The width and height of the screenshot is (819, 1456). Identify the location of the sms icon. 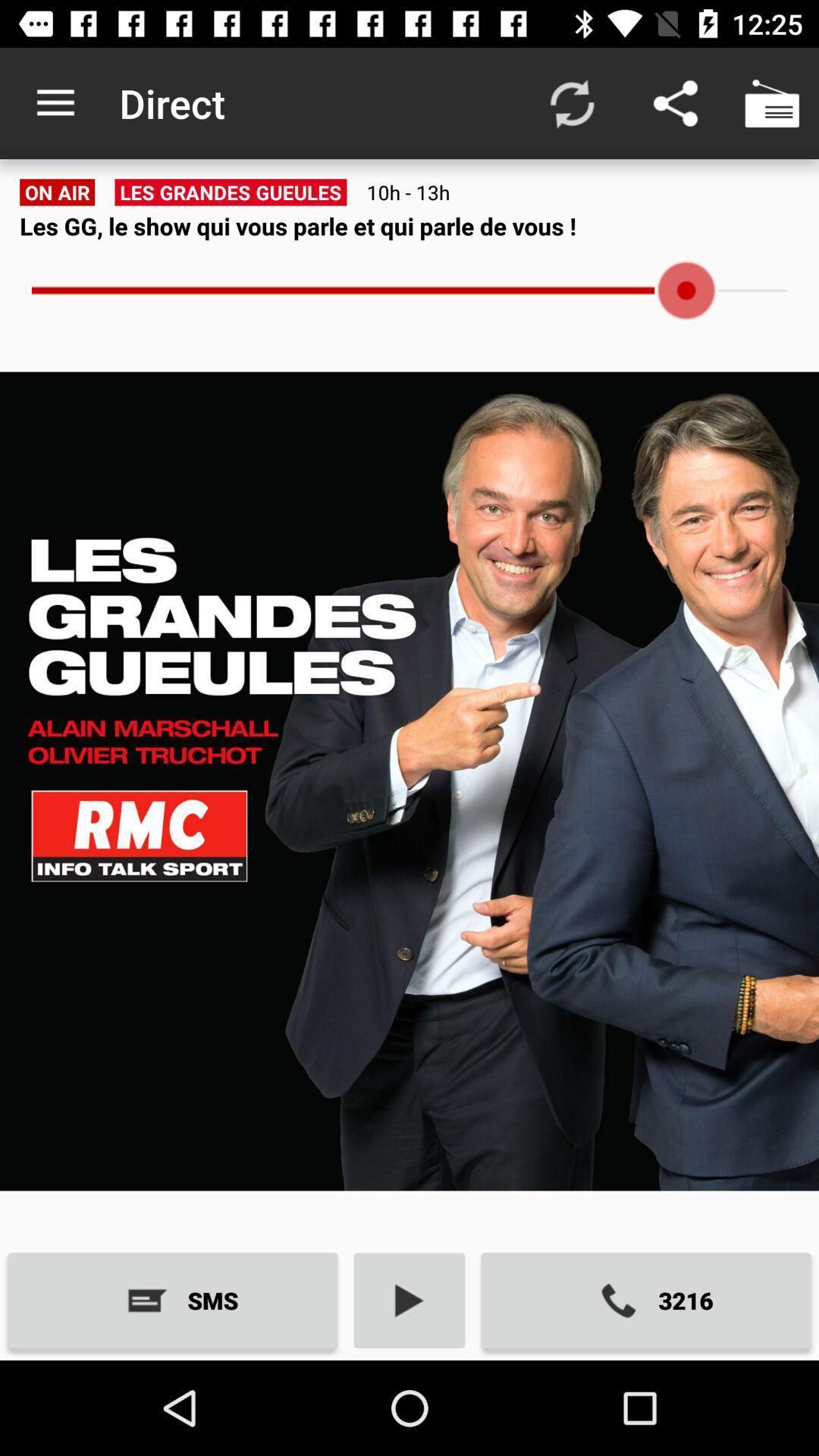
(171, 1300).